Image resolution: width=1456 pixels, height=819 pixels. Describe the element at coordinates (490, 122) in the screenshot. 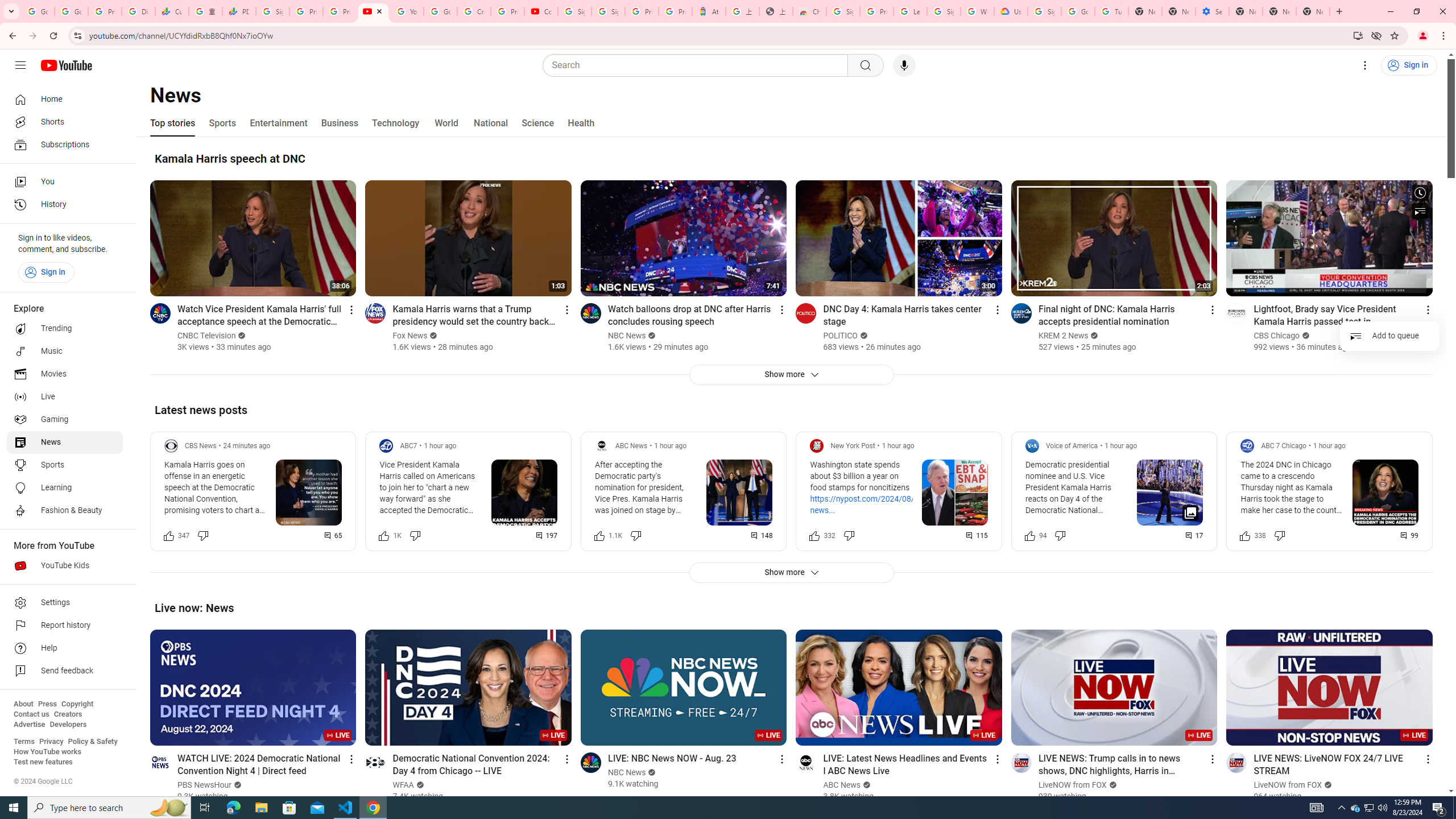

I see `'National'` at that location.